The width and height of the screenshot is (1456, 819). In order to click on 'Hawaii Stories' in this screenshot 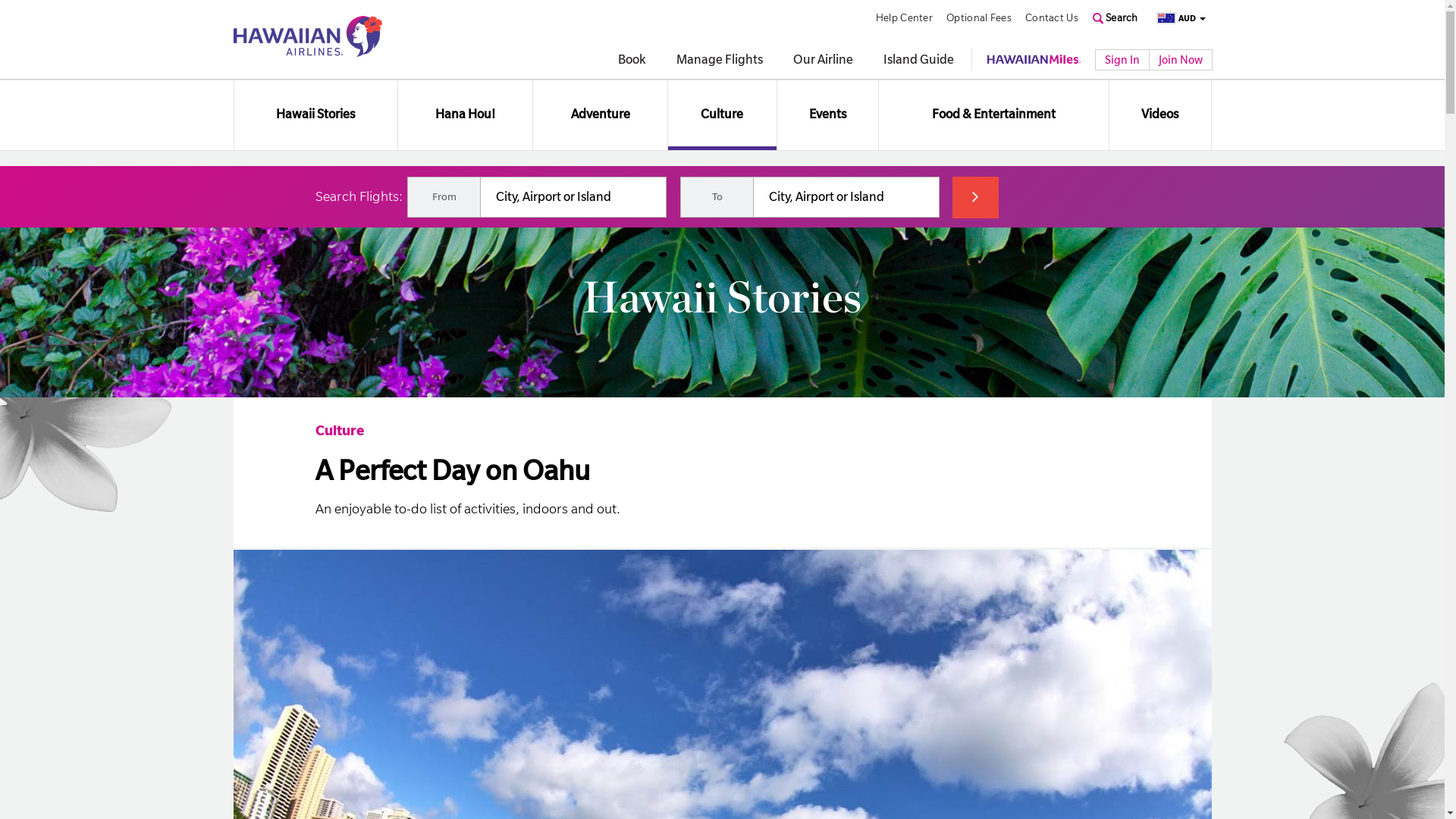, I will do `click(232, 114)`.